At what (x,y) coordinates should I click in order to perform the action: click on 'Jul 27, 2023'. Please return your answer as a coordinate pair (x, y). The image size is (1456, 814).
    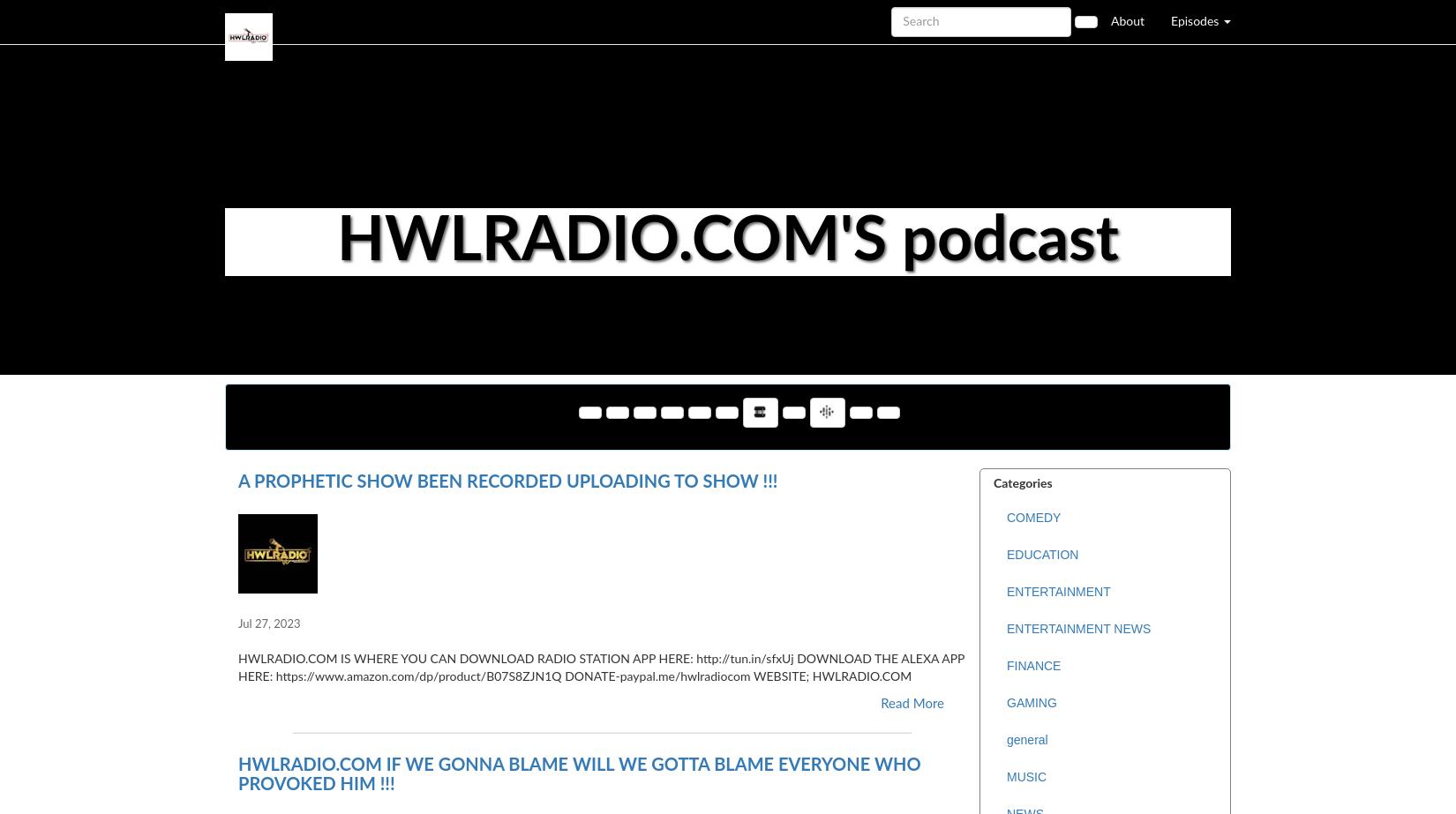
    Looking at the image, I should click on (268, 624).